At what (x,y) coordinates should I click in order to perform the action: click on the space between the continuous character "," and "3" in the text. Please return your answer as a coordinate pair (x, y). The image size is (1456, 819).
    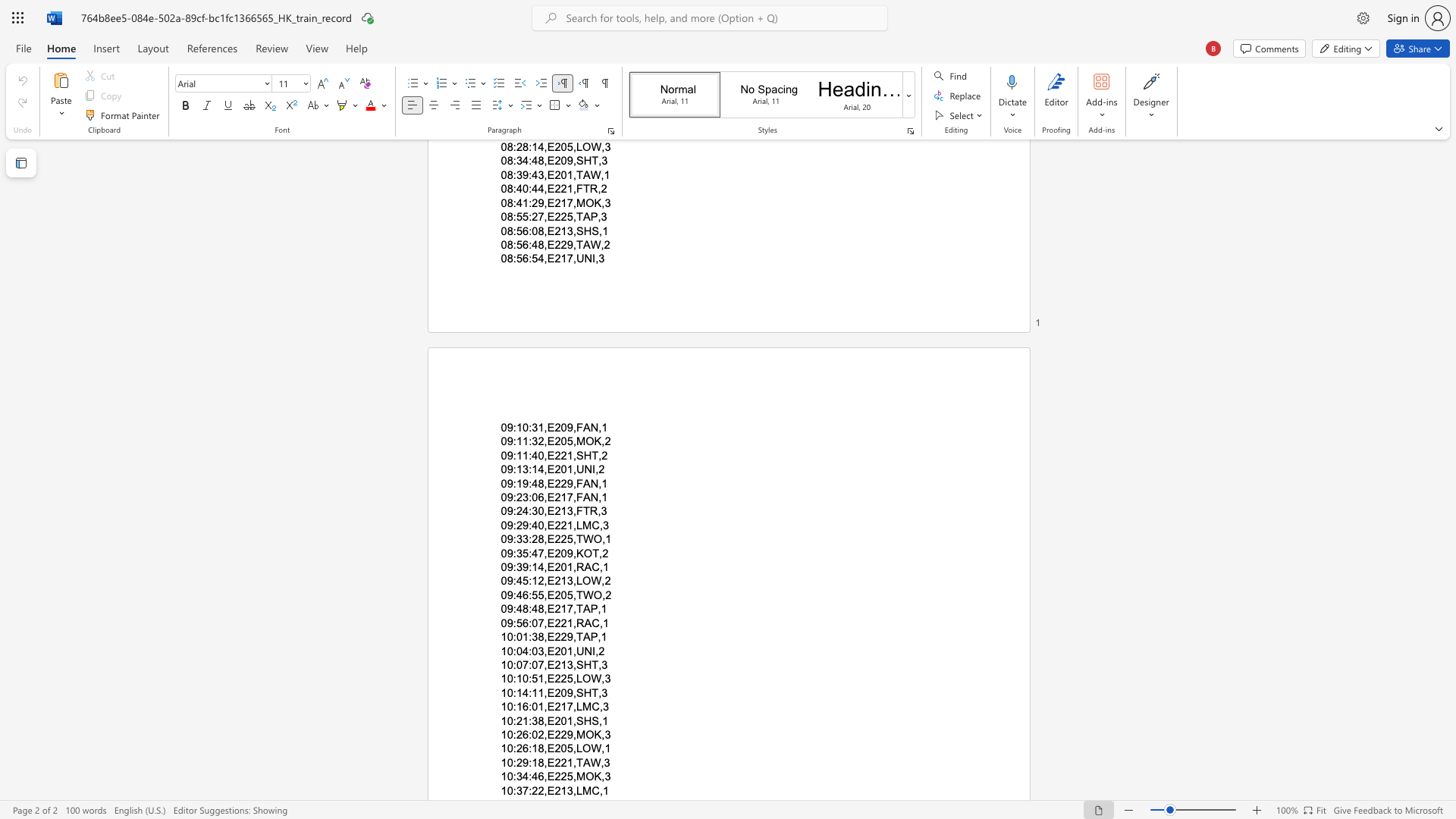
    Looking at the image, I should click on (604, 762).